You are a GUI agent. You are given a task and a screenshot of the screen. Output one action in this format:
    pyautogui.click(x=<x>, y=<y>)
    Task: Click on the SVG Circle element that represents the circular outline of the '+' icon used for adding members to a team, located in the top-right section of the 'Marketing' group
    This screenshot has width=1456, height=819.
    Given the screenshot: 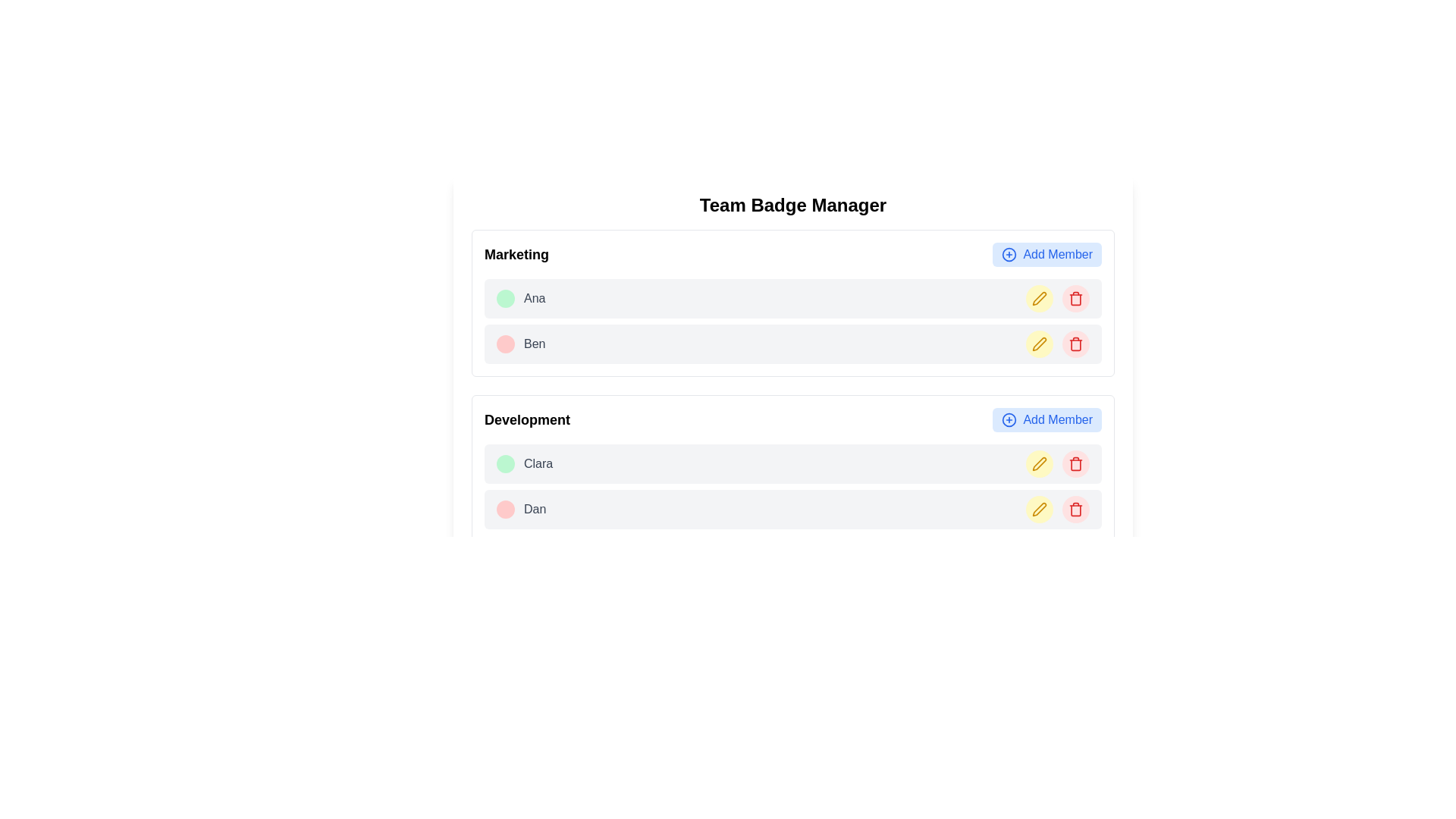 What is the action you would take?
    pyautogui.click(x=1009, y=253)
    